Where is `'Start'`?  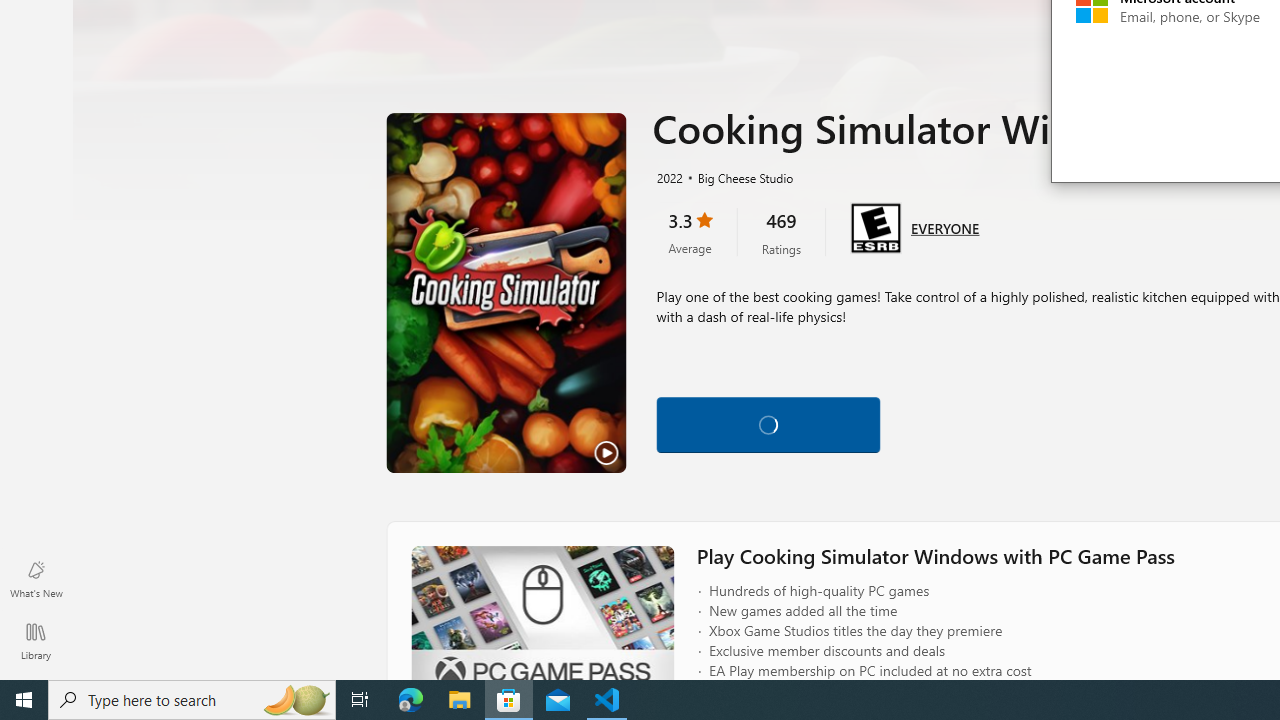
'Start' is located at coordinates (24, 698).